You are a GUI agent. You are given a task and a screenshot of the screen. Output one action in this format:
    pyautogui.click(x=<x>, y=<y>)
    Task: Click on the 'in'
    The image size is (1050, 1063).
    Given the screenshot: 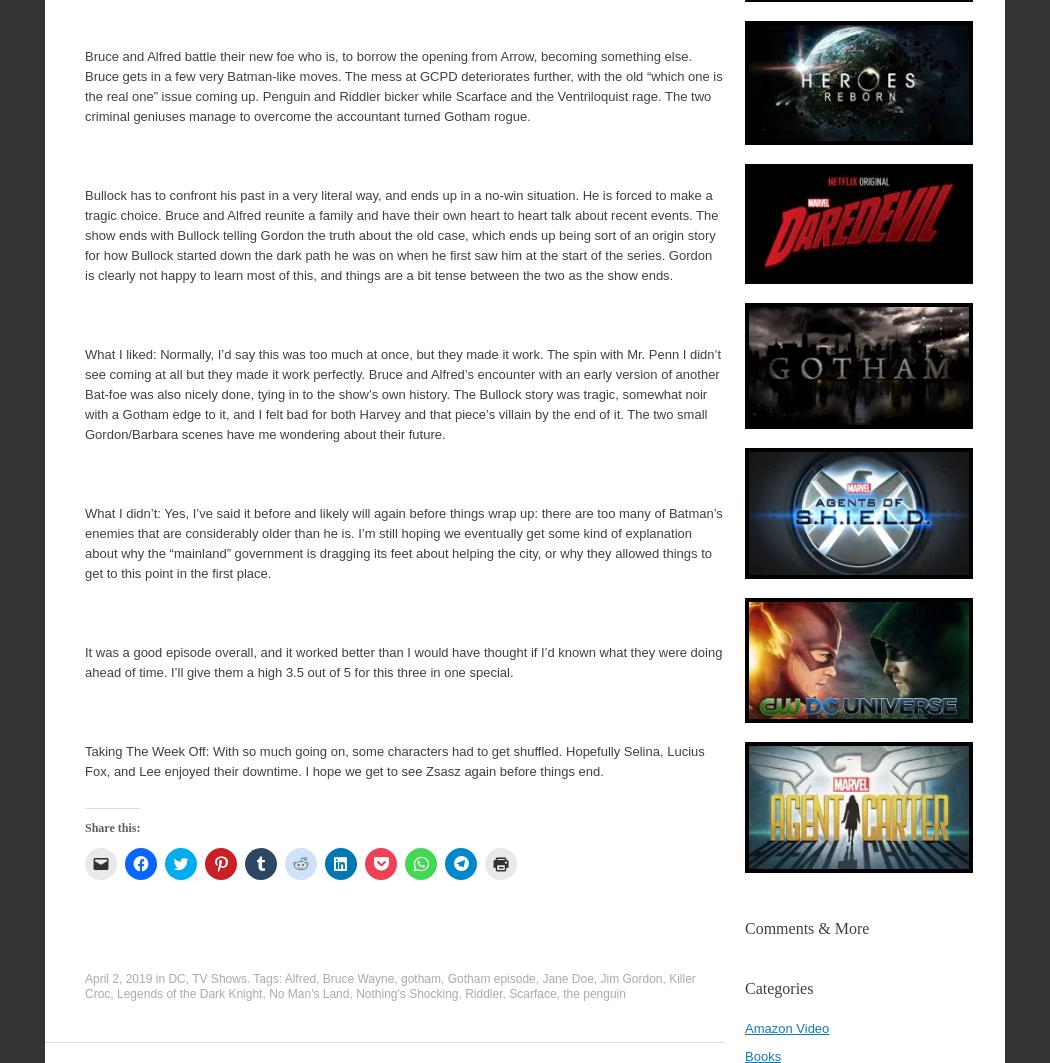 What is the action you would take?
    pyautogui.click(x=160, y=976)
    